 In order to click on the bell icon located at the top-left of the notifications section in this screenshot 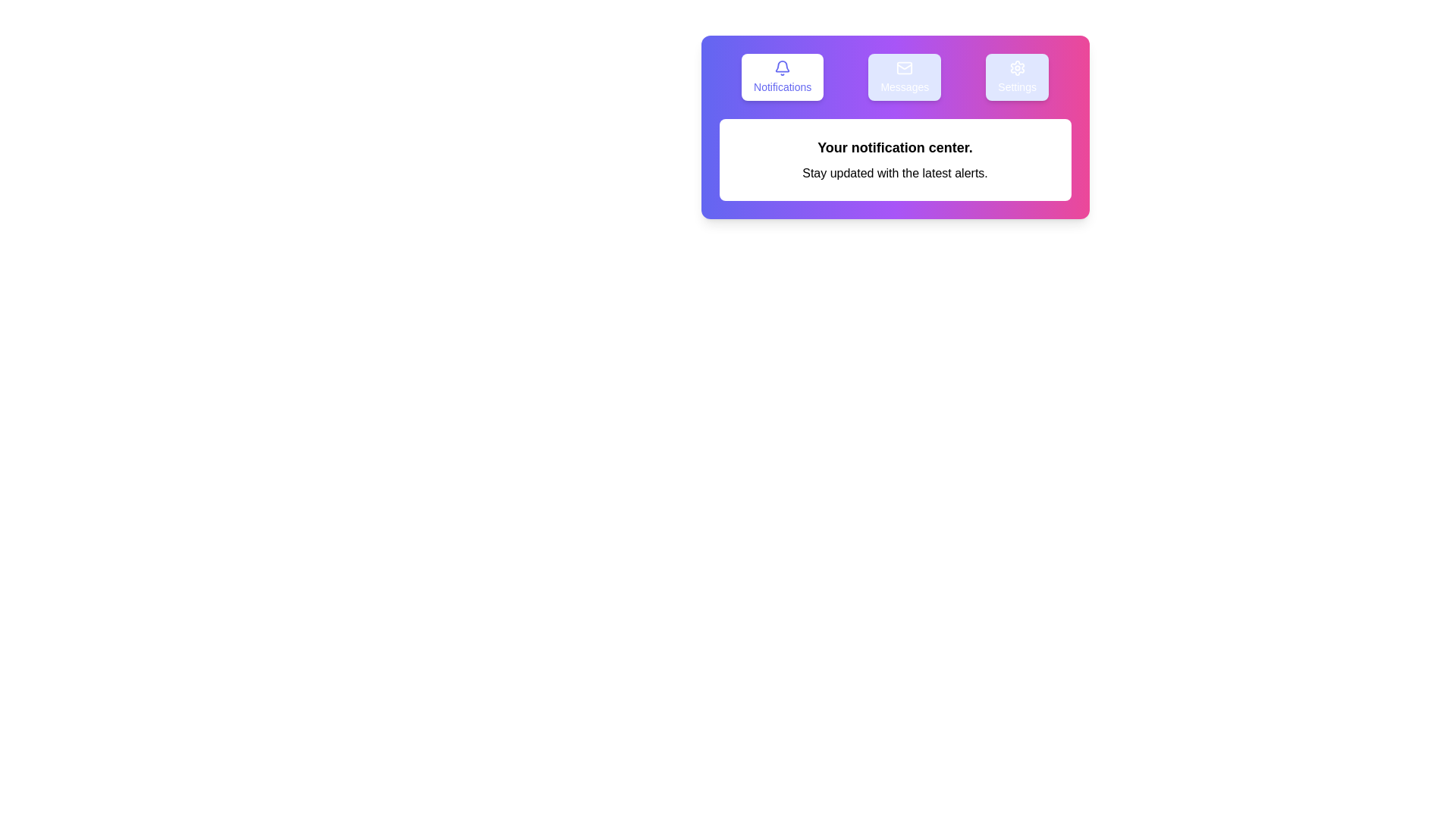, I will do `click(783, 67)`.